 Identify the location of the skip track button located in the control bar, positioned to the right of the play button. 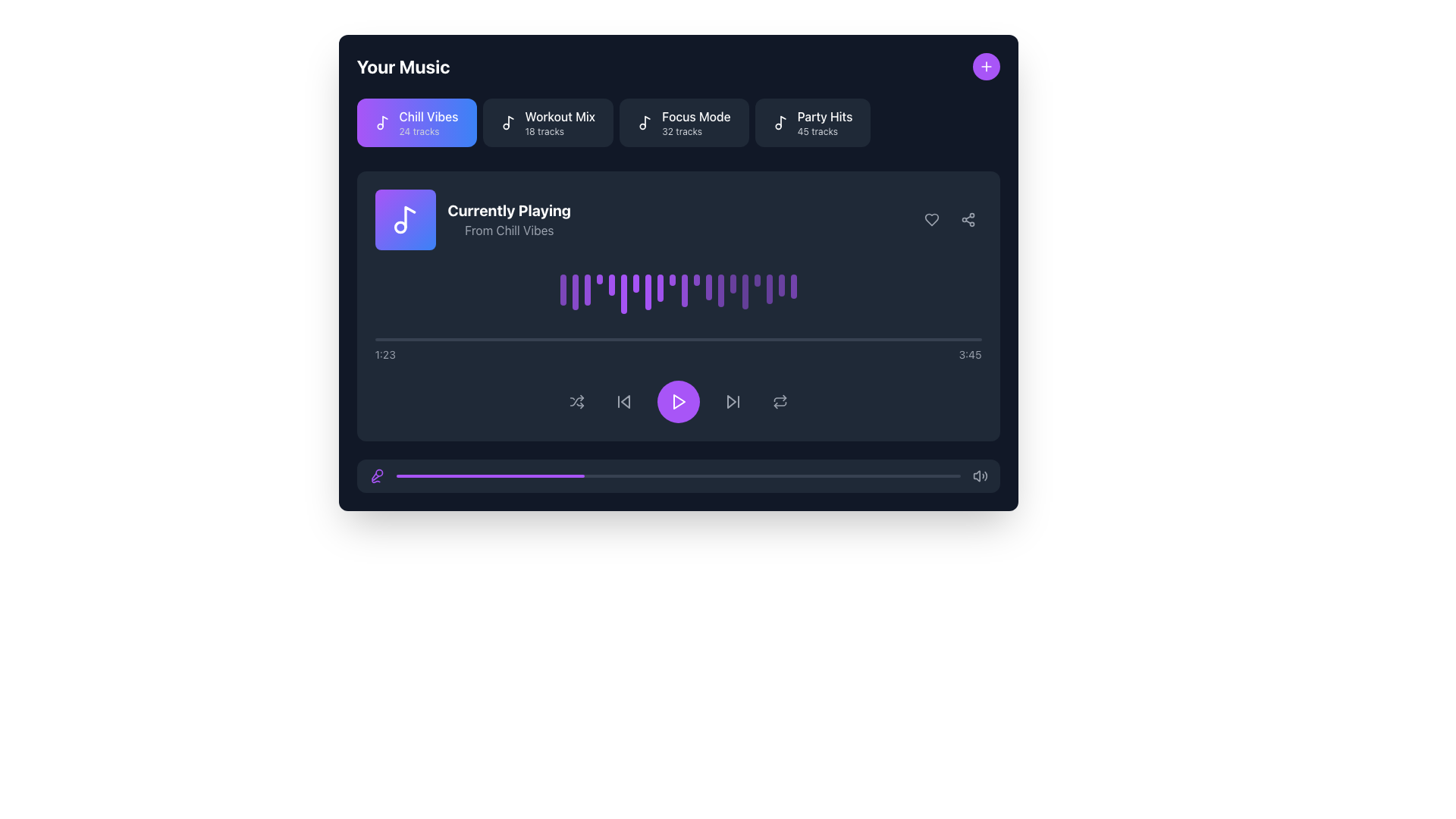
(733, 401).